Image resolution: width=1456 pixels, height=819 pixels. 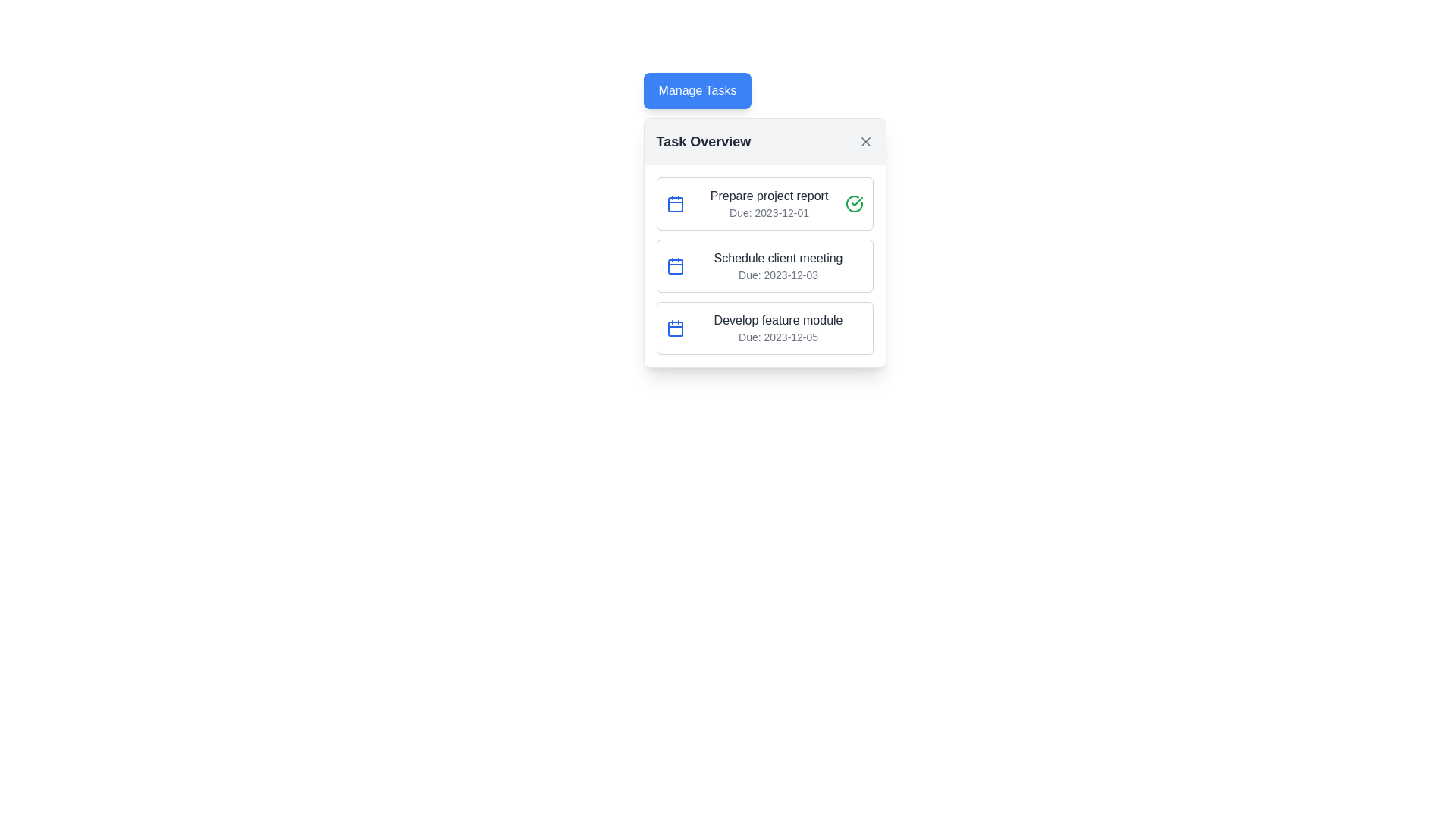 What do you see at coordinates (854, 203) in the screenshot?
I see `the rightmost icon in the 'Task Overview' card that indicates task completion, aligned with 'Prepare project report'` at bounding box center [854, 203].